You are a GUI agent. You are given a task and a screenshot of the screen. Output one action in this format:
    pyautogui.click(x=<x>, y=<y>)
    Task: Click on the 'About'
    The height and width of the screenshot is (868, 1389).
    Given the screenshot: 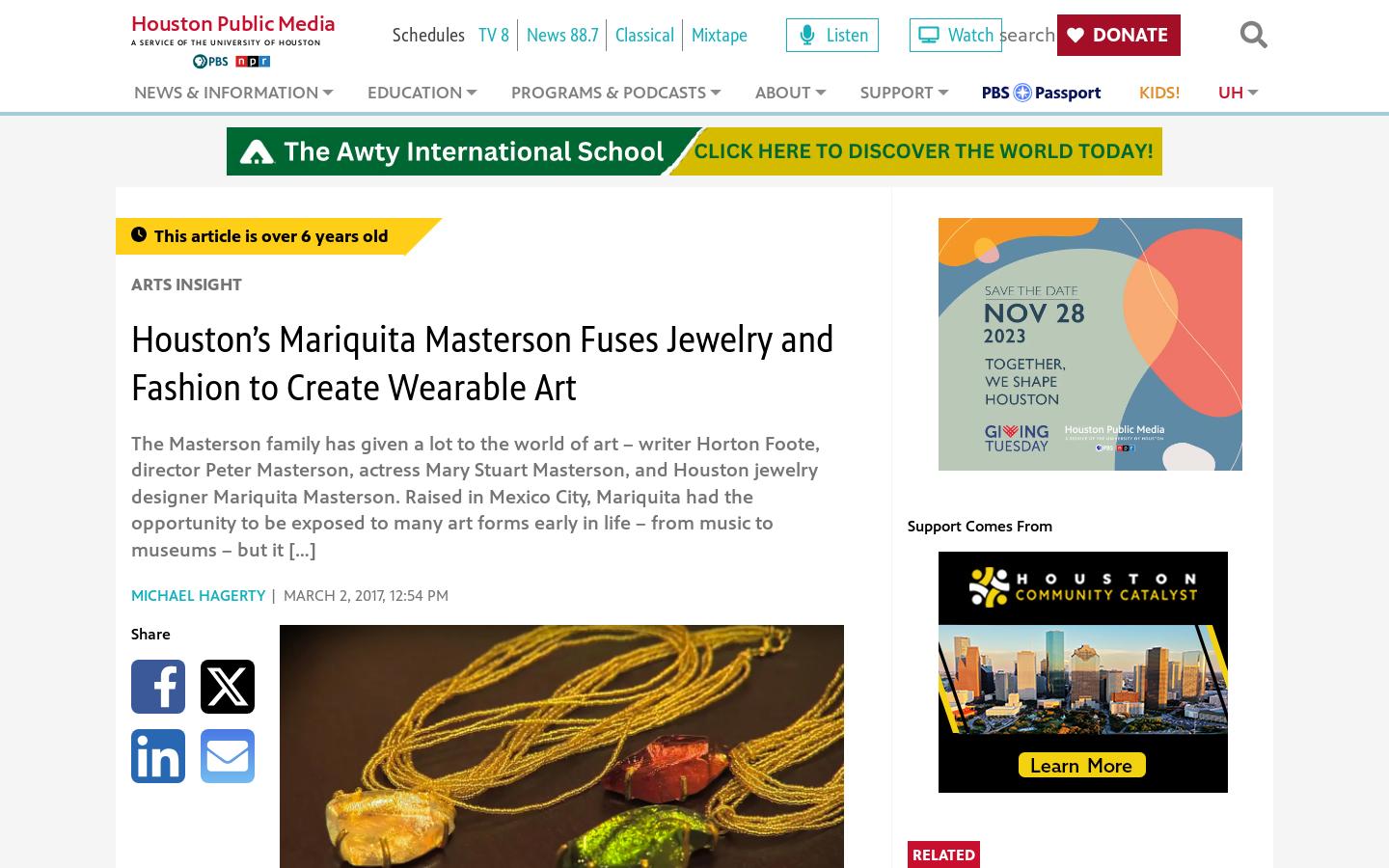 What is the action you would take?
    pyautogui.click(x=783, y=92)
    